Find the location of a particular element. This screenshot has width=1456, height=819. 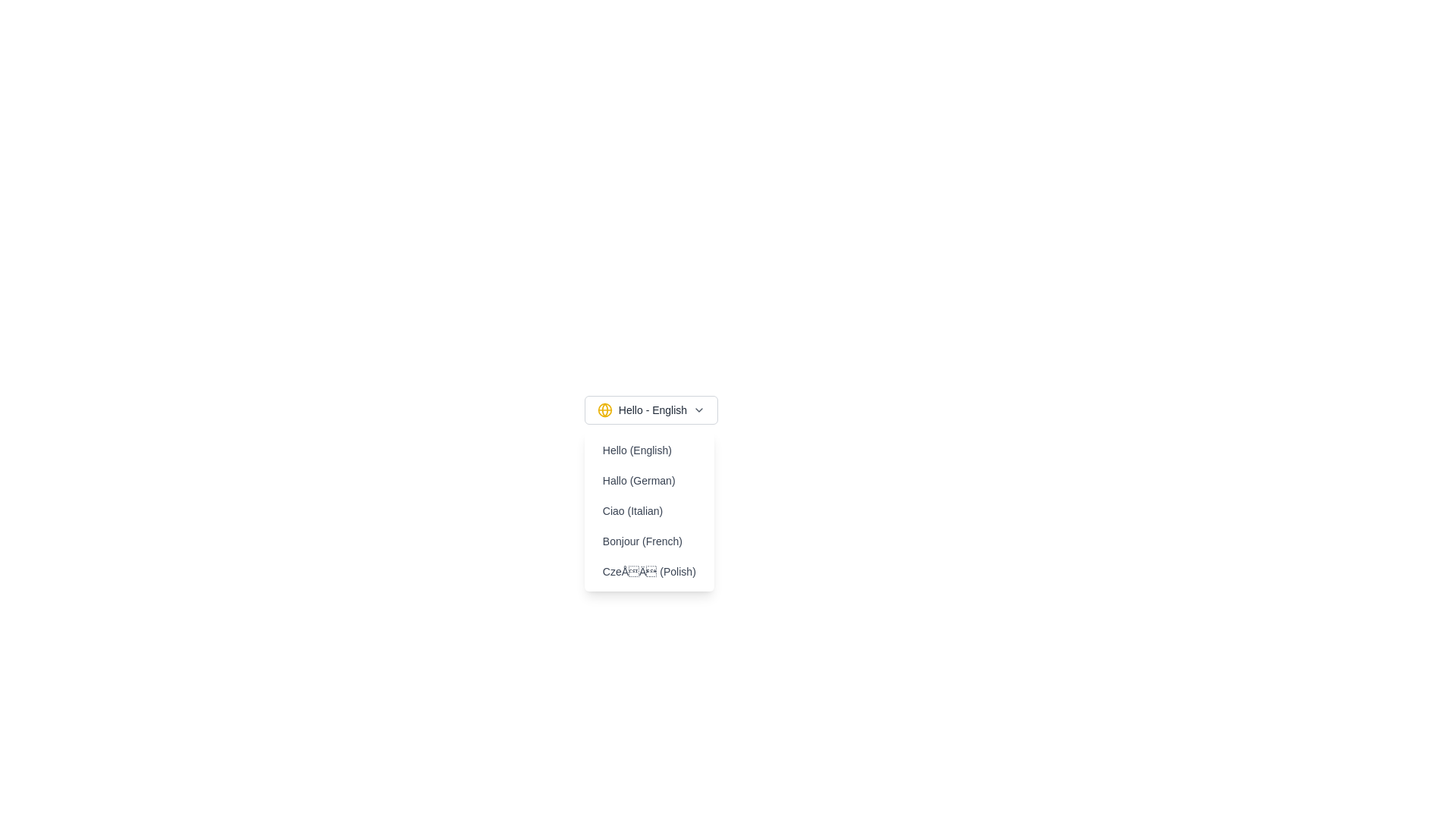

the third item in the language selection dropdown menu located below the 'Hello - English' button is located at coordinates (648, 511).